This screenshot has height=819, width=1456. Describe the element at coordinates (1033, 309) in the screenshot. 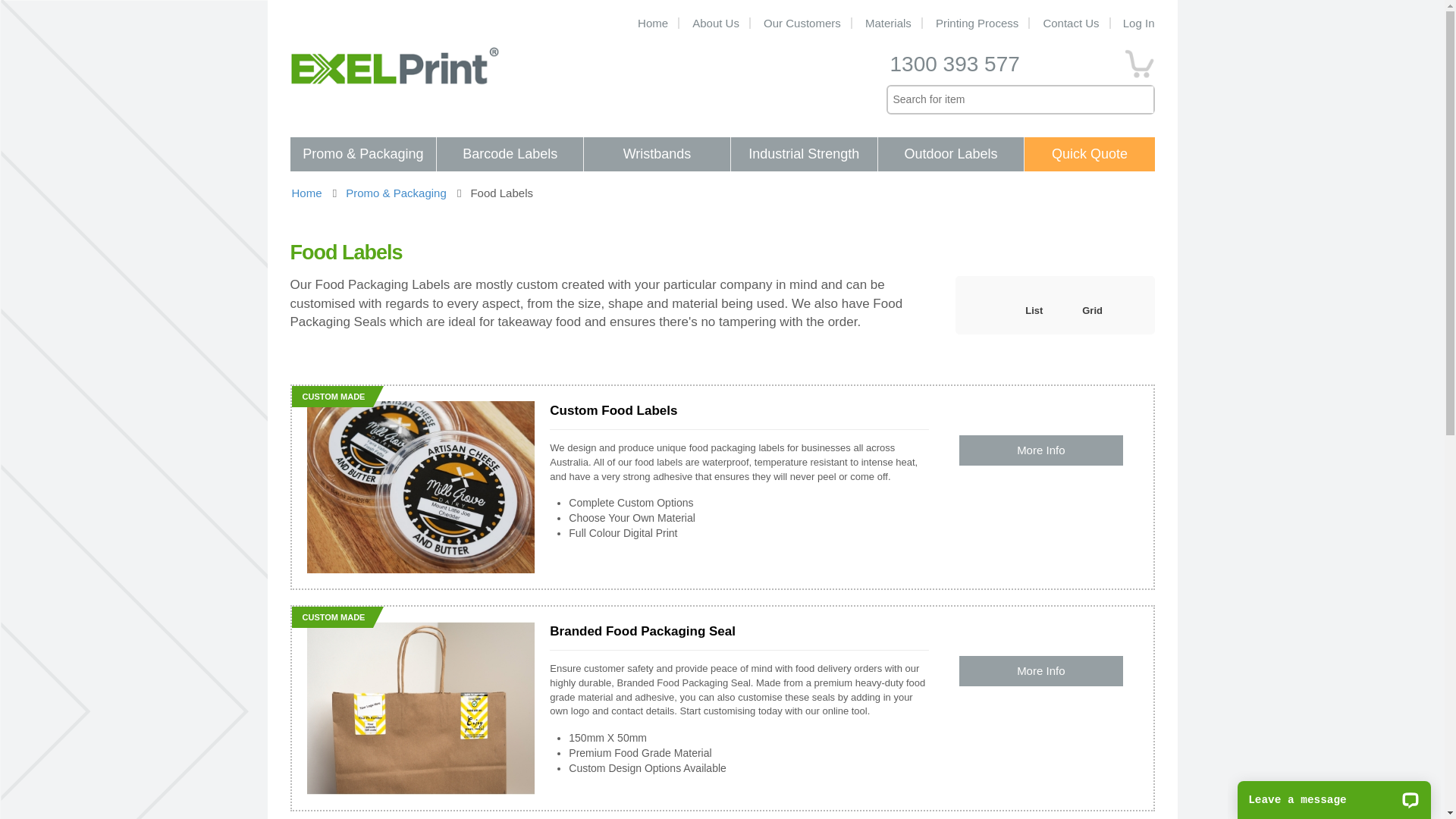

I see `'List'` at that location.